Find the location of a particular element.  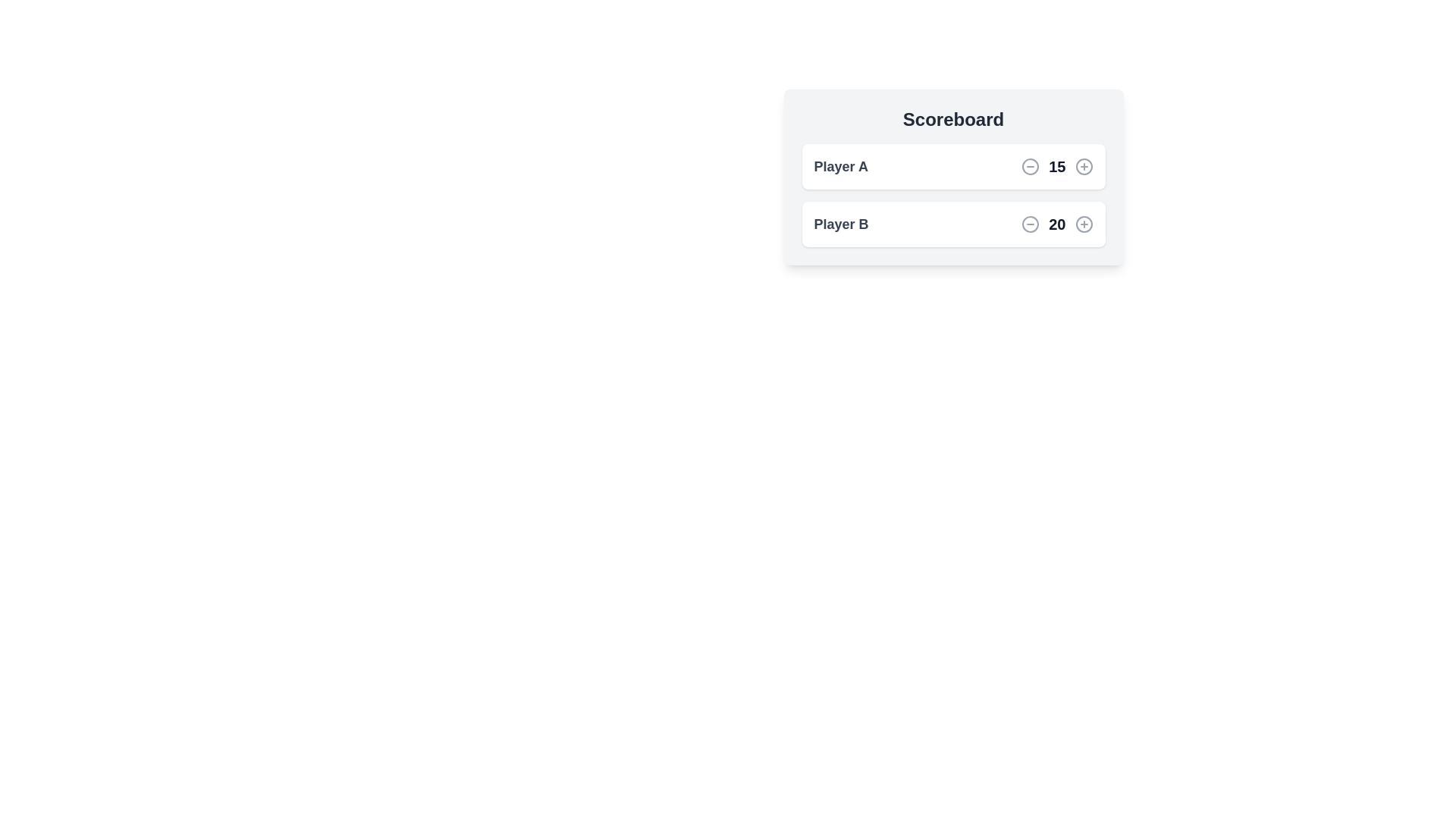

the decorative '+' icon within the interactive button for Player B's score, which indicates an action to increase the score is located at coordinates (1083, 224).